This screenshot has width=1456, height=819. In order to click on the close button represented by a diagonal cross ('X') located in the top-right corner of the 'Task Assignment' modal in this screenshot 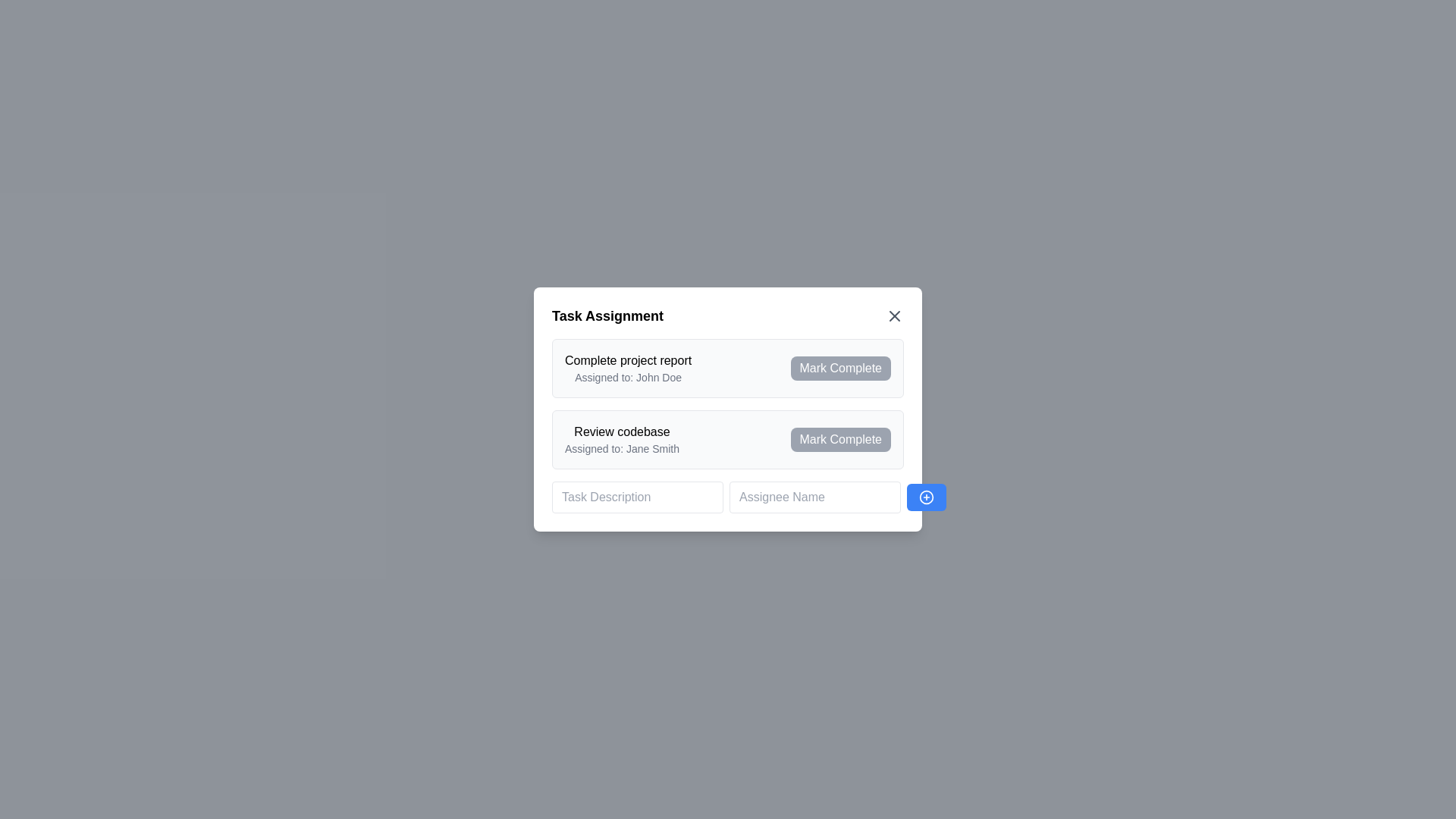, I will do `click(895, 315)`.